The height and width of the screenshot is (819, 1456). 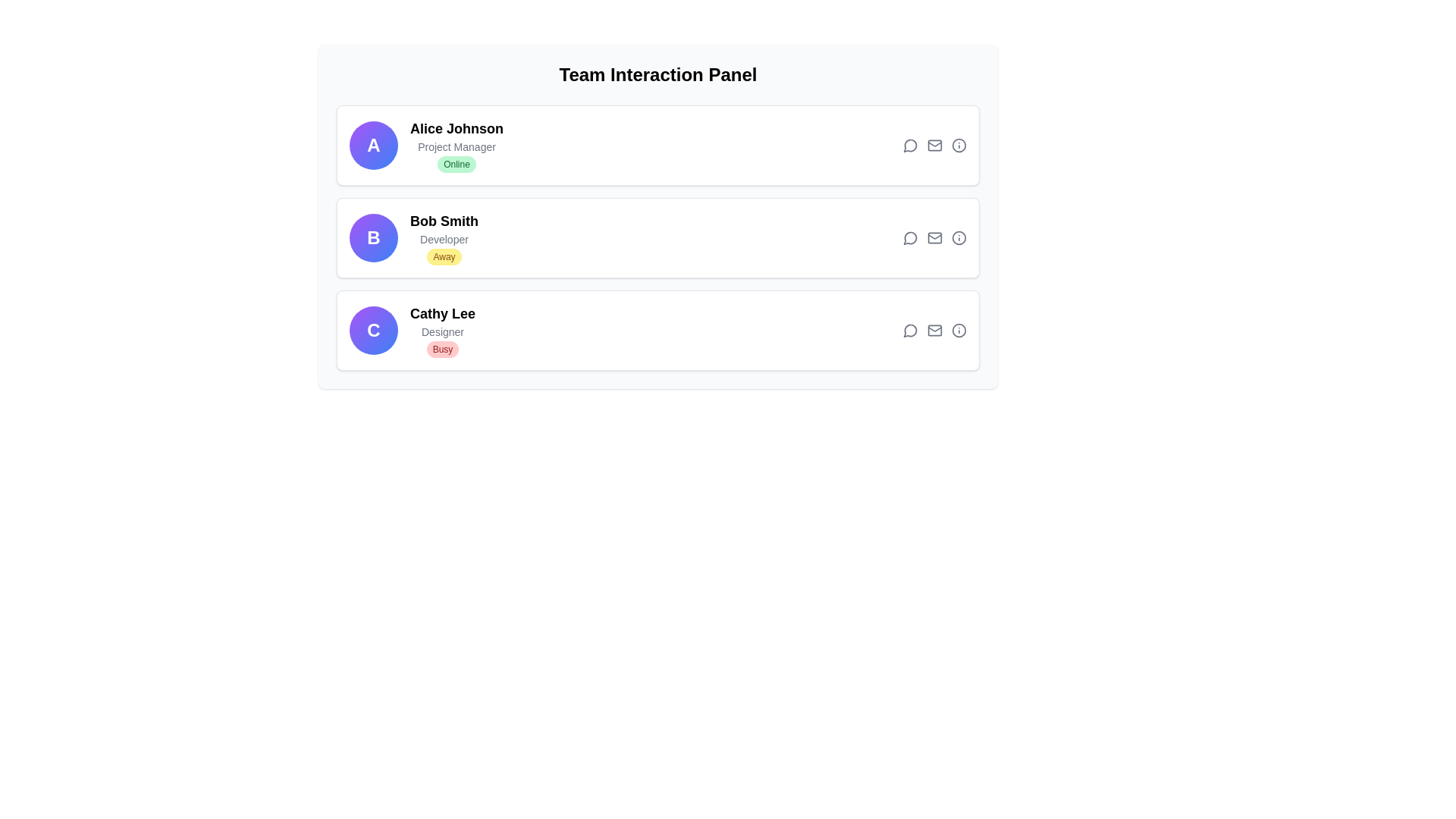 What do you see at coordinates (910, 146) in the screenshot?
I see `the circular speech bubble icon in the top-right corner of the card for 'Alice Johnson'` at bounding box center [910, 146].